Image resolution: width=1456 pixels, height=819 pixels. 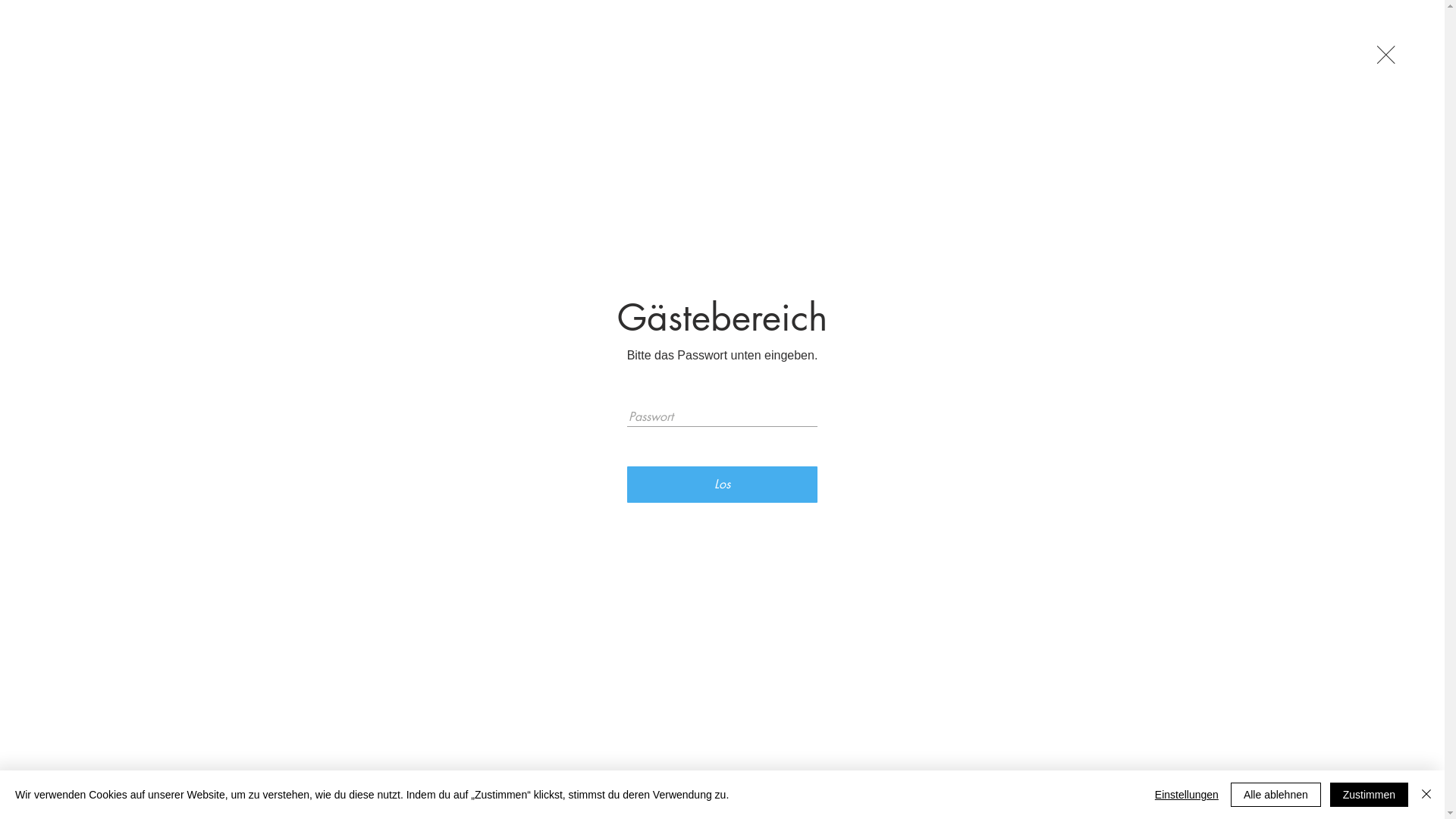 What do you see at coordinates (722, 485) in the screenshot?
I see `'Los'` at bounding box center [722, 485].